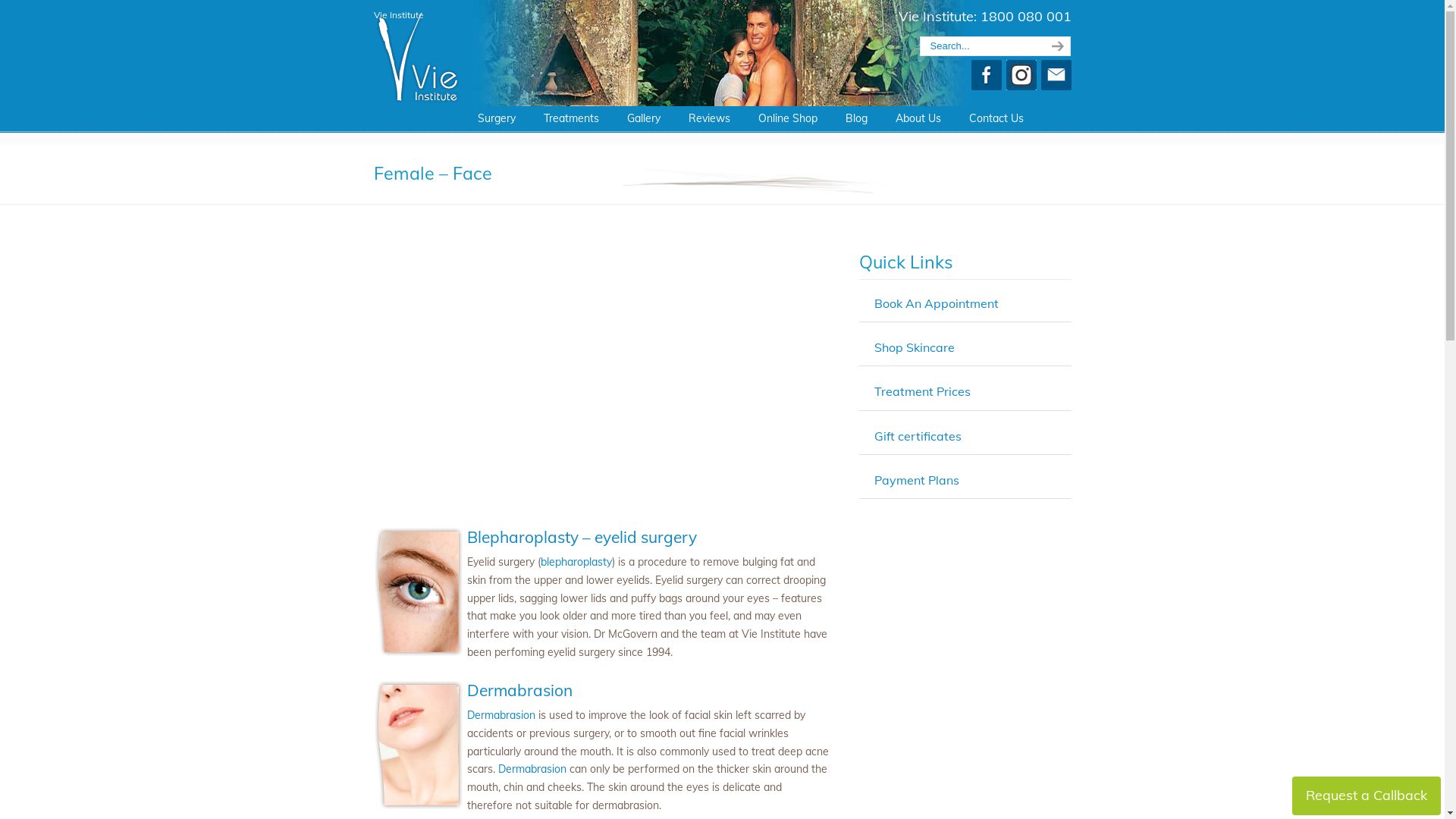 The height and width of the screenshot is (819, 1456). What do you see at coordinates (1025, 16) in the screenshot?
I see `'1800 080 001'` at bounding box center [1025, 16].